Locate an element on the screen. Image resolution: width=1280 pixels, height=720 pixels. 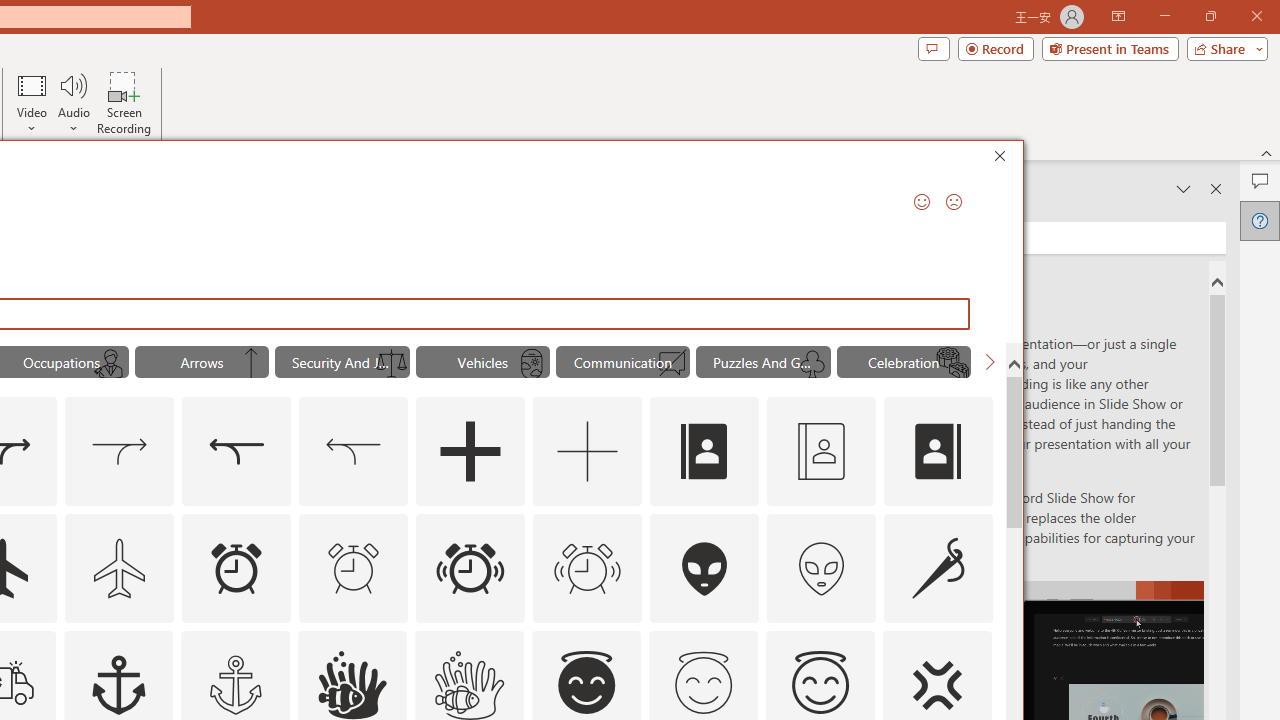
'AutomationID: Icons_AlienFace' is located at coordinates (705, 568).